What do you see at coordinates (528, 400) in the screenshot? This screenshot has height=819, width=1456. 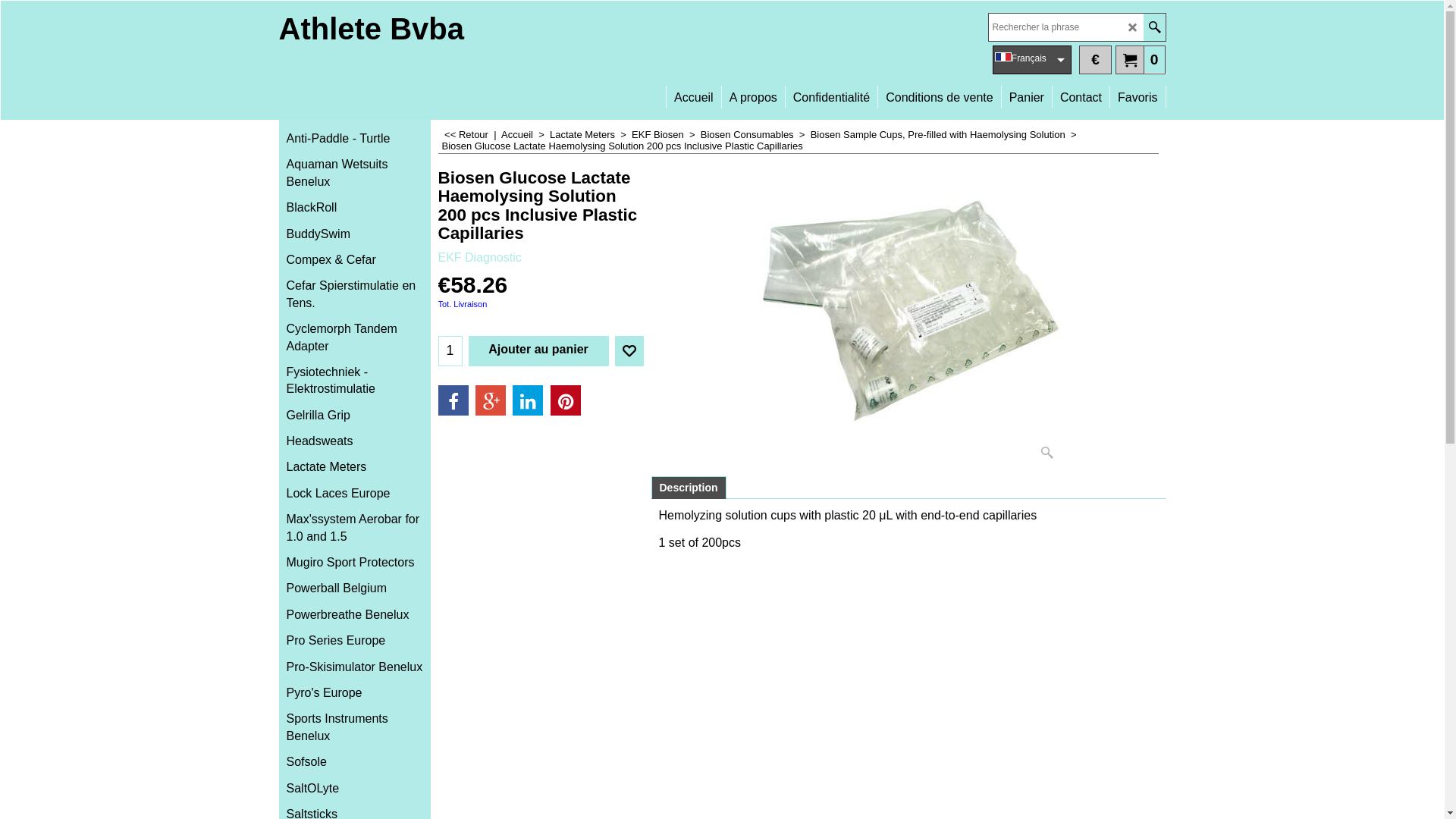 I see `'LinkedIn'` at bounding box center [528, 400].